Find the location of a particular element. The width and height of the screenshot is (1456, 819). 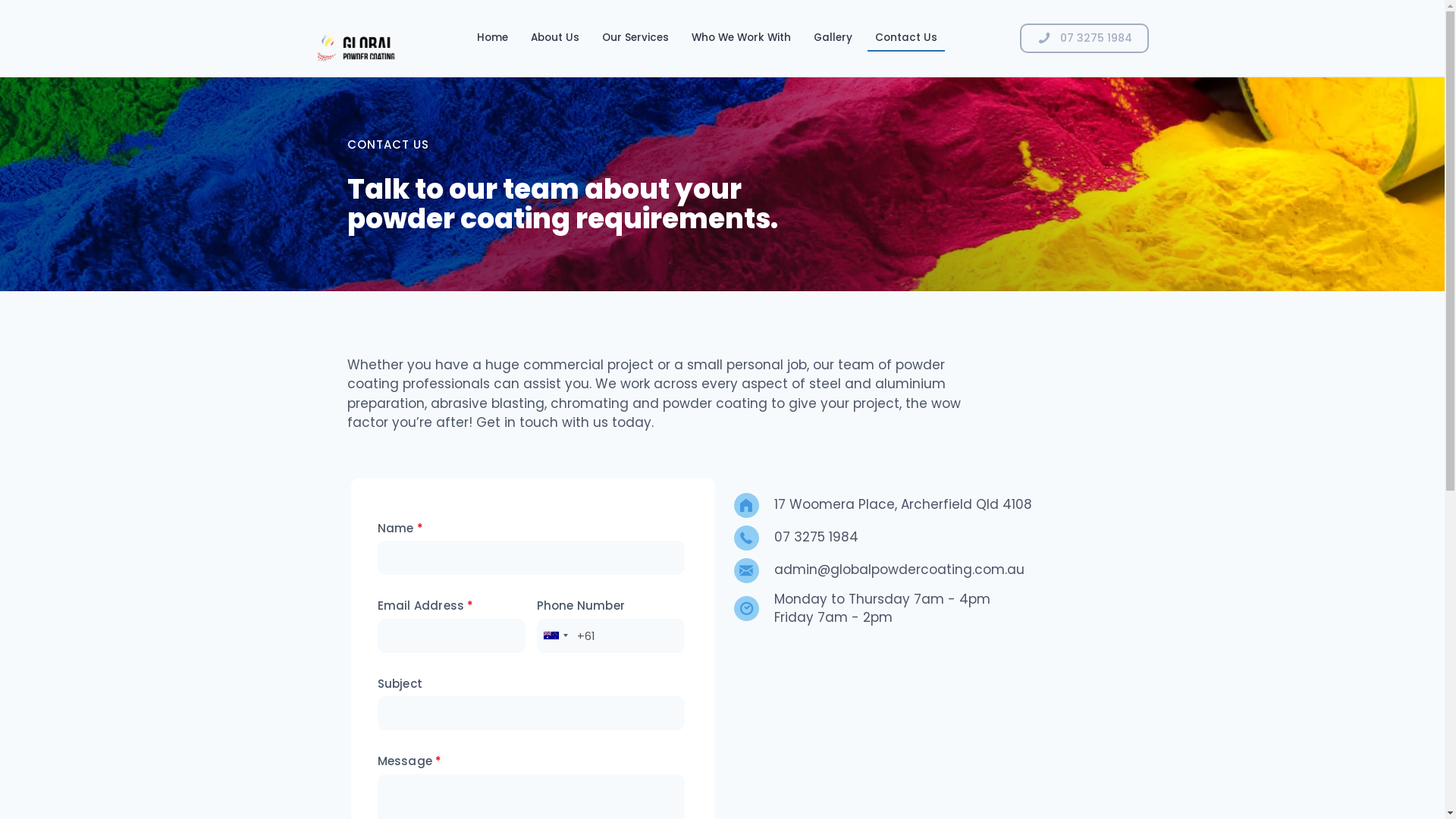

'Australia: +61' is located at coordinates (553, 635).